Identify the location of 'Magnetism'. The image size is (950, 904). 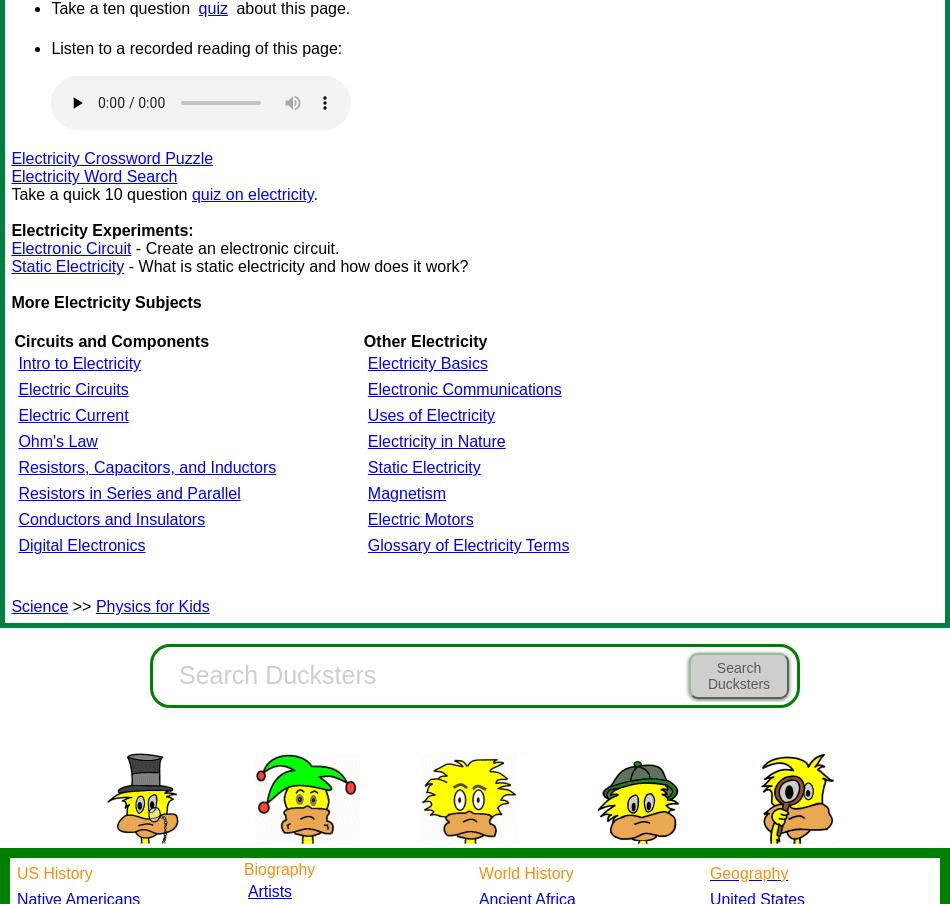
(405, 492).